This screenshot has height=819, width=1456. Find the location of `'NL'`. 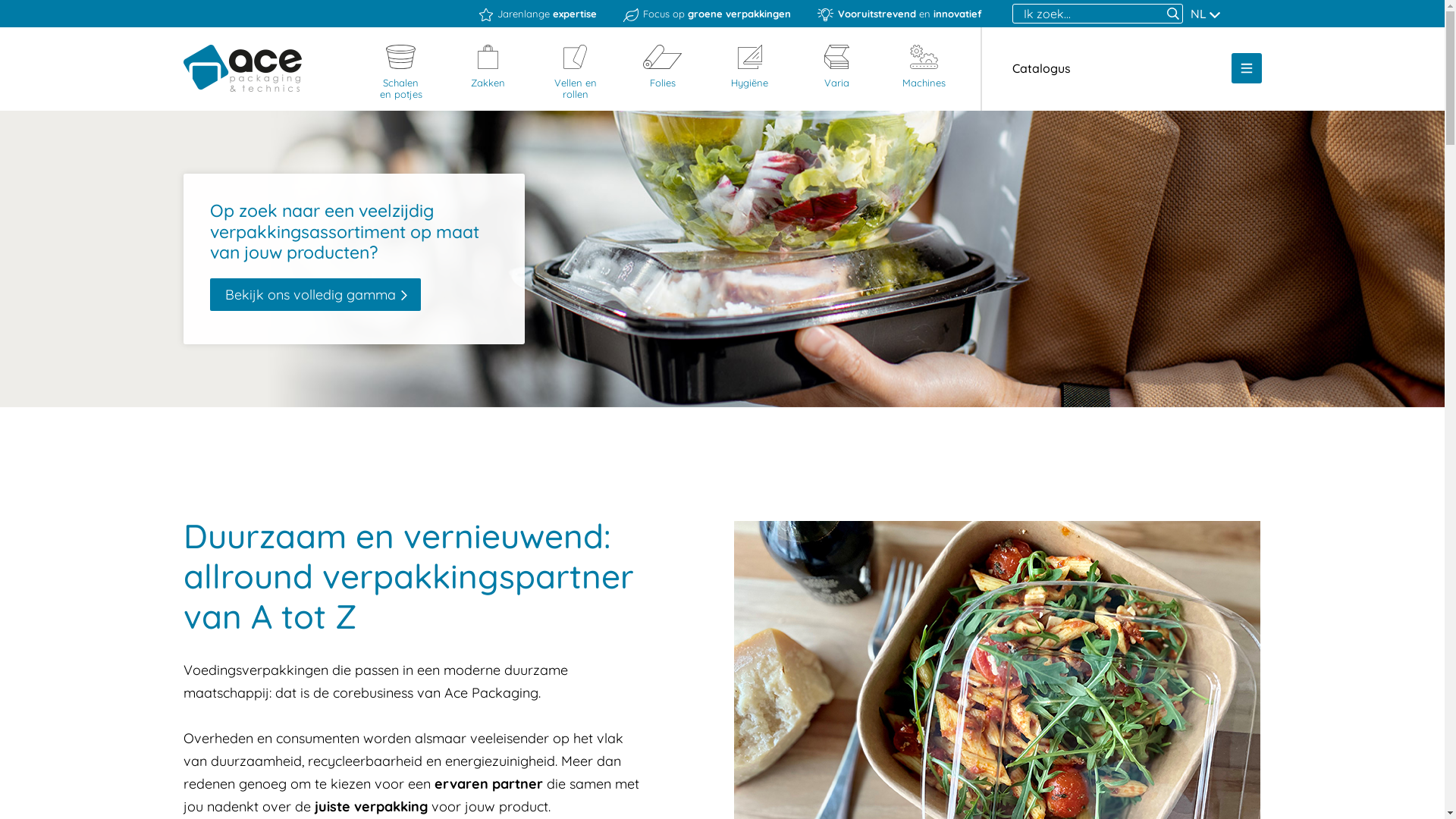

'NL' is located at coordinates (1204, 14).